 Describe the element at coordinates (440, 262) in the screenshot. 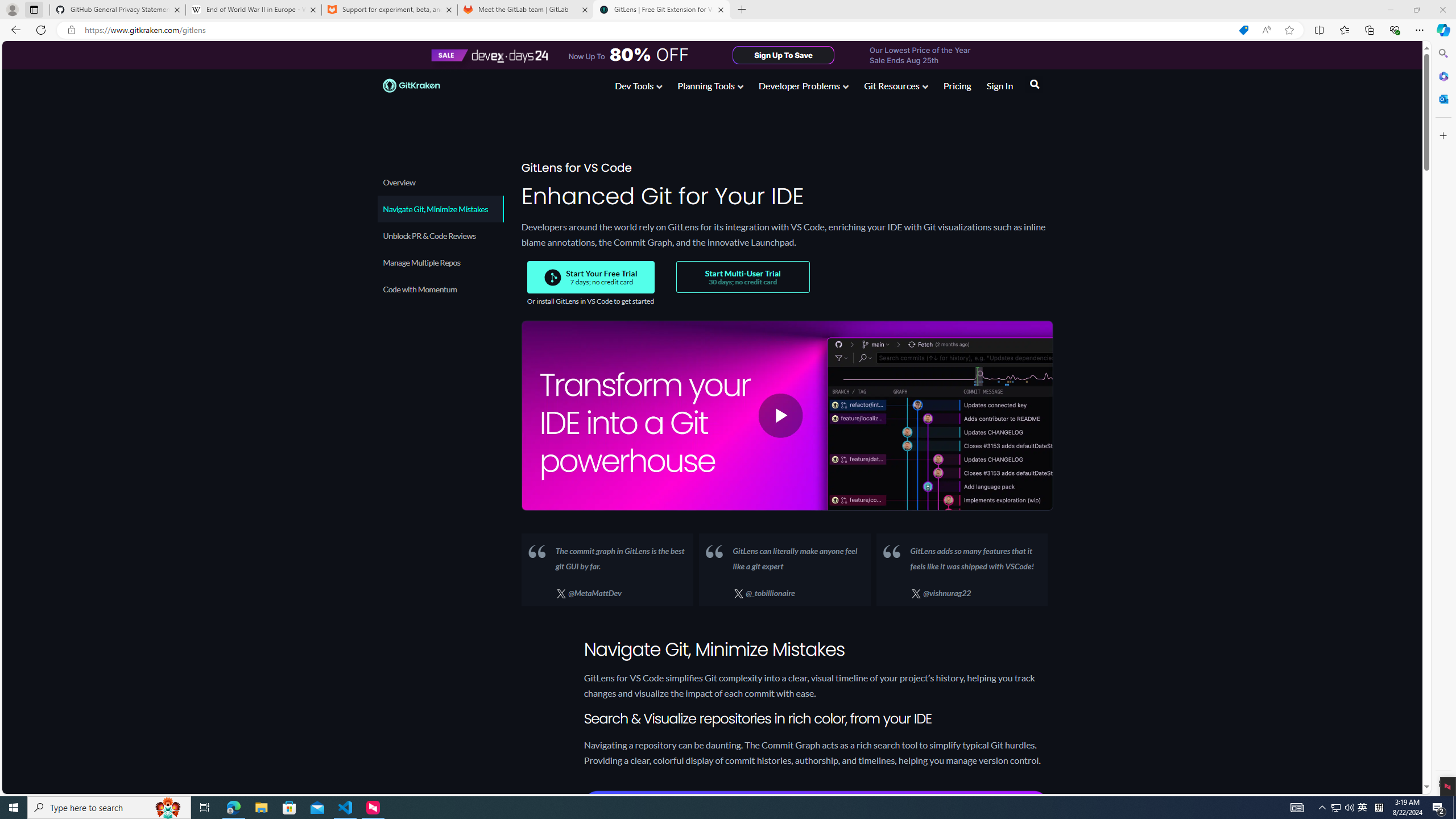

I see `'Manage Multiple Repos'` at that location.